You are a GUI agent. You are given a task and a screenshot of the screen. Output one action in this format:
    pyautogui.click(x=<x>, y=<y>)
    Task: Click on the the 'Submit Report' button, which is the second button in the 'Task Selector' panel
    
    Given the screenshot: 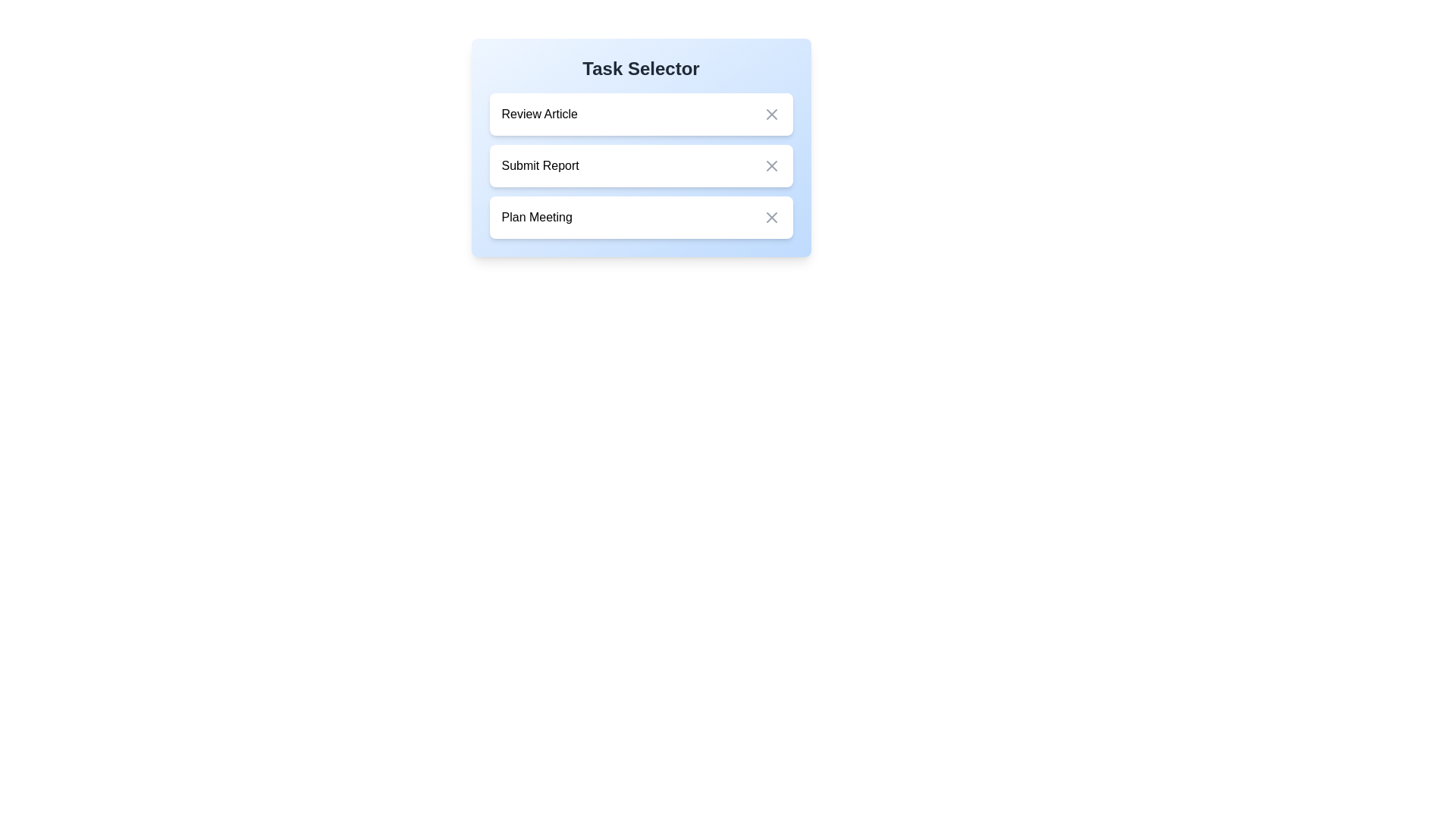 What is the action you would take?
    pyautogui.click(x=641, y=166)
    